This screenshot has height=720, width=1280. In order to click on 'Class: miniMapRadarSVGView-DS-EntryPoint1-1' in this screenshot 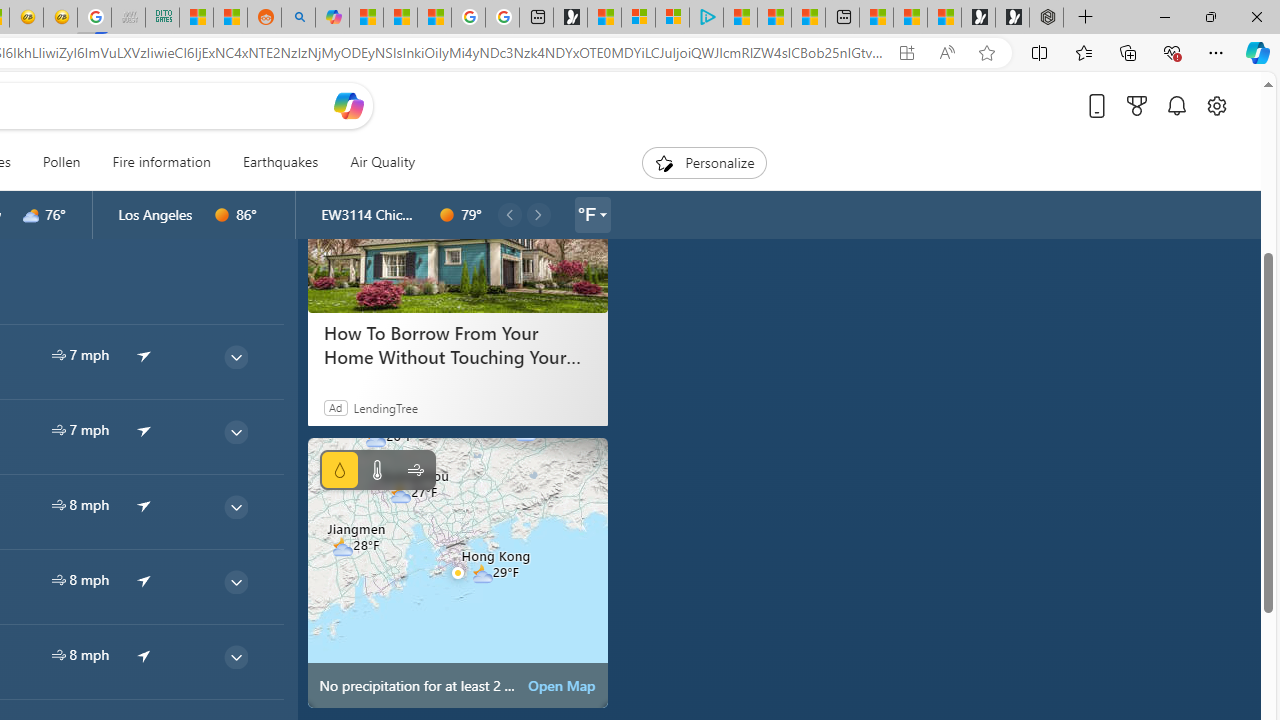, I will do `click(456, 572)`.